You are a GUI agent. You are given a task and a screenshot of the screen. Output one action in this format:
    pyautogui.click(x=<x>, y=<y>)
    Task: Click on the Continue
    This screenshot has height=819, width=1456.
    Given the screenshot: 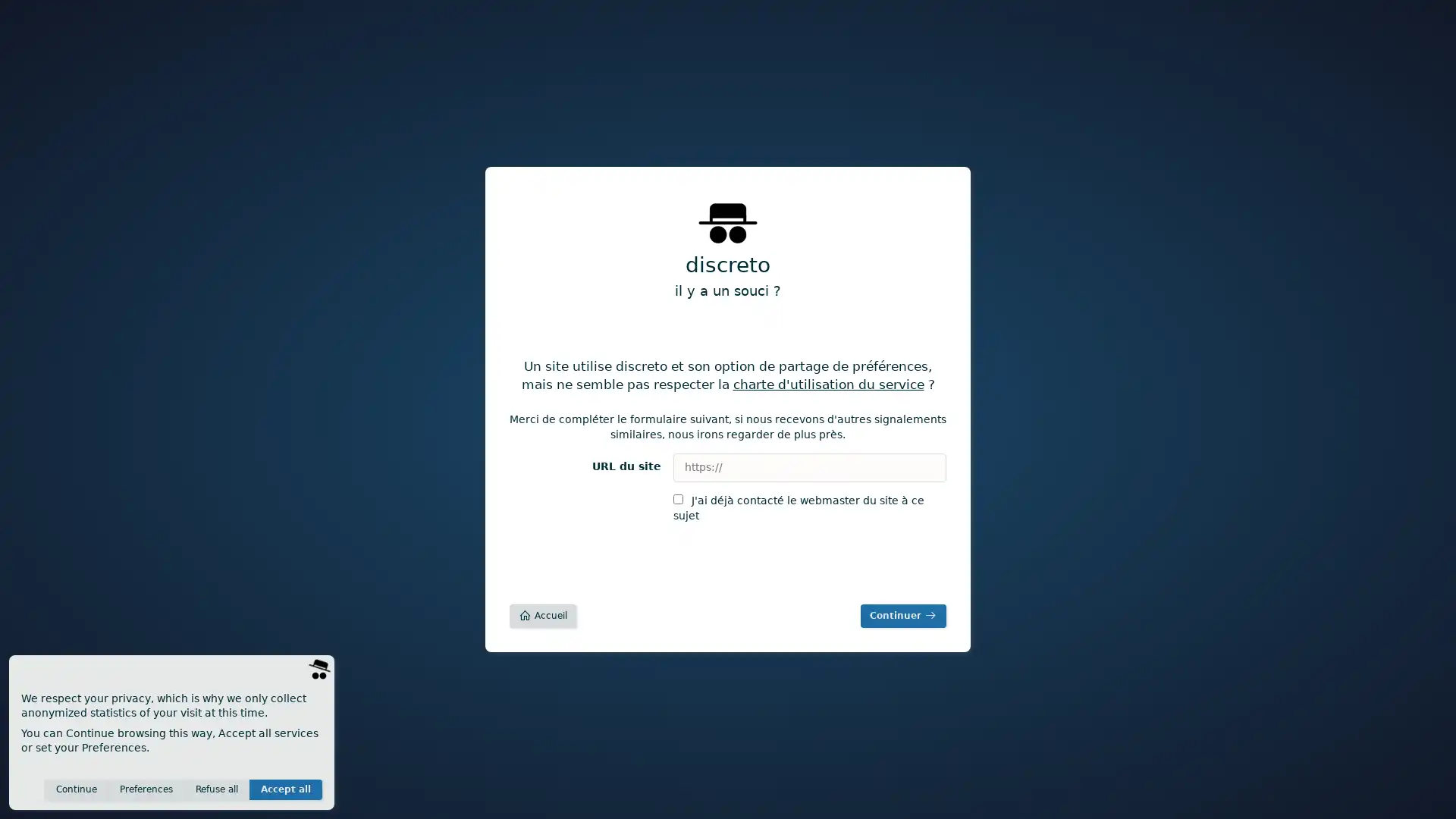 What is the action you would take?
    pyautogui.click(x=75, y=789)
    